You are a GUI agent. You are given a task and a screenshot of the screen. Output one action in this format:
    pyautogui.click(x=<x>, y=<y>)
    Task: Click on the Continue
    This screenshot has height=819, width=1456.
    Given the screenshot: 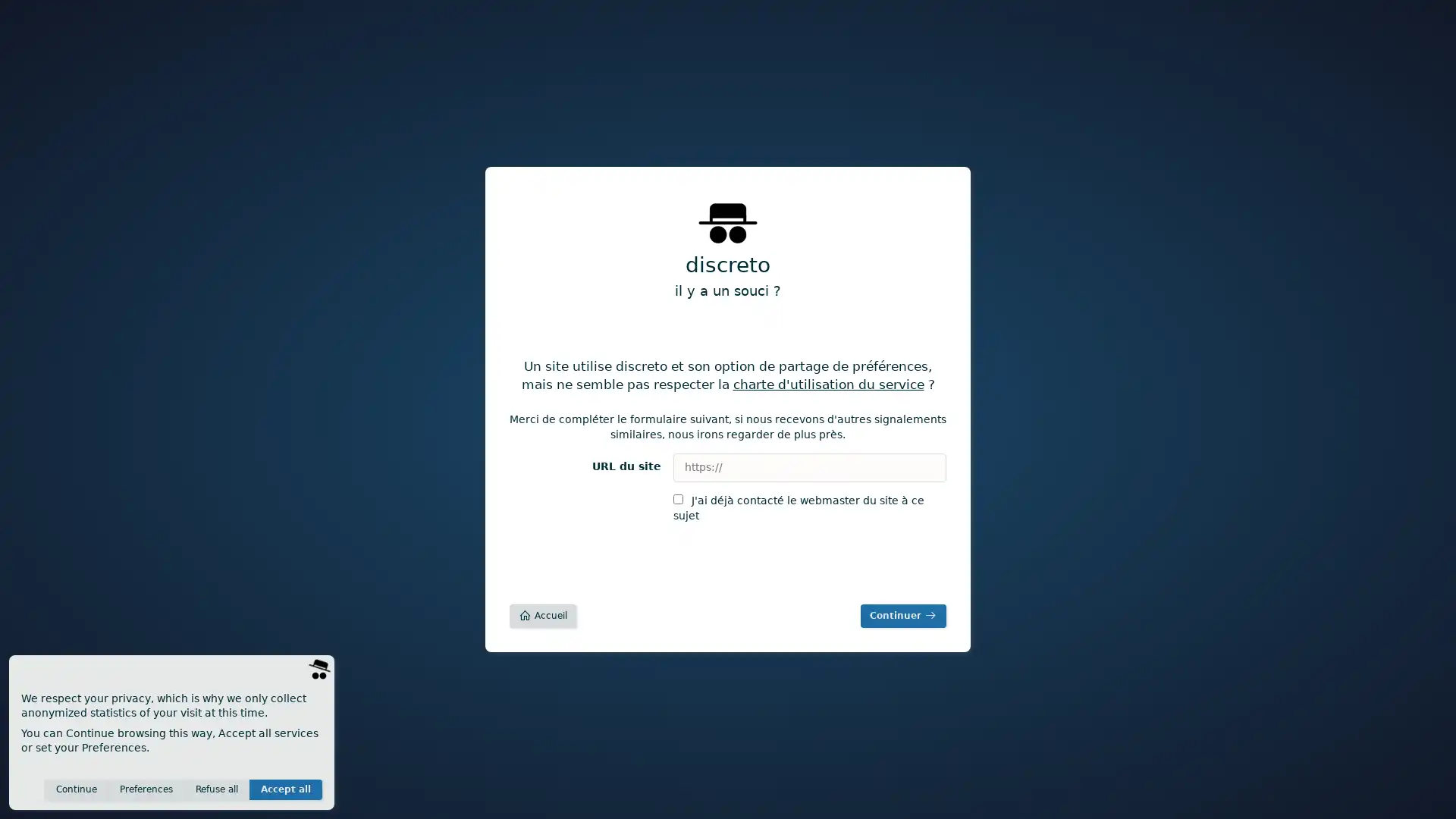 What is the action you would take?
    pyautogui.click(x=75, y=789)
    